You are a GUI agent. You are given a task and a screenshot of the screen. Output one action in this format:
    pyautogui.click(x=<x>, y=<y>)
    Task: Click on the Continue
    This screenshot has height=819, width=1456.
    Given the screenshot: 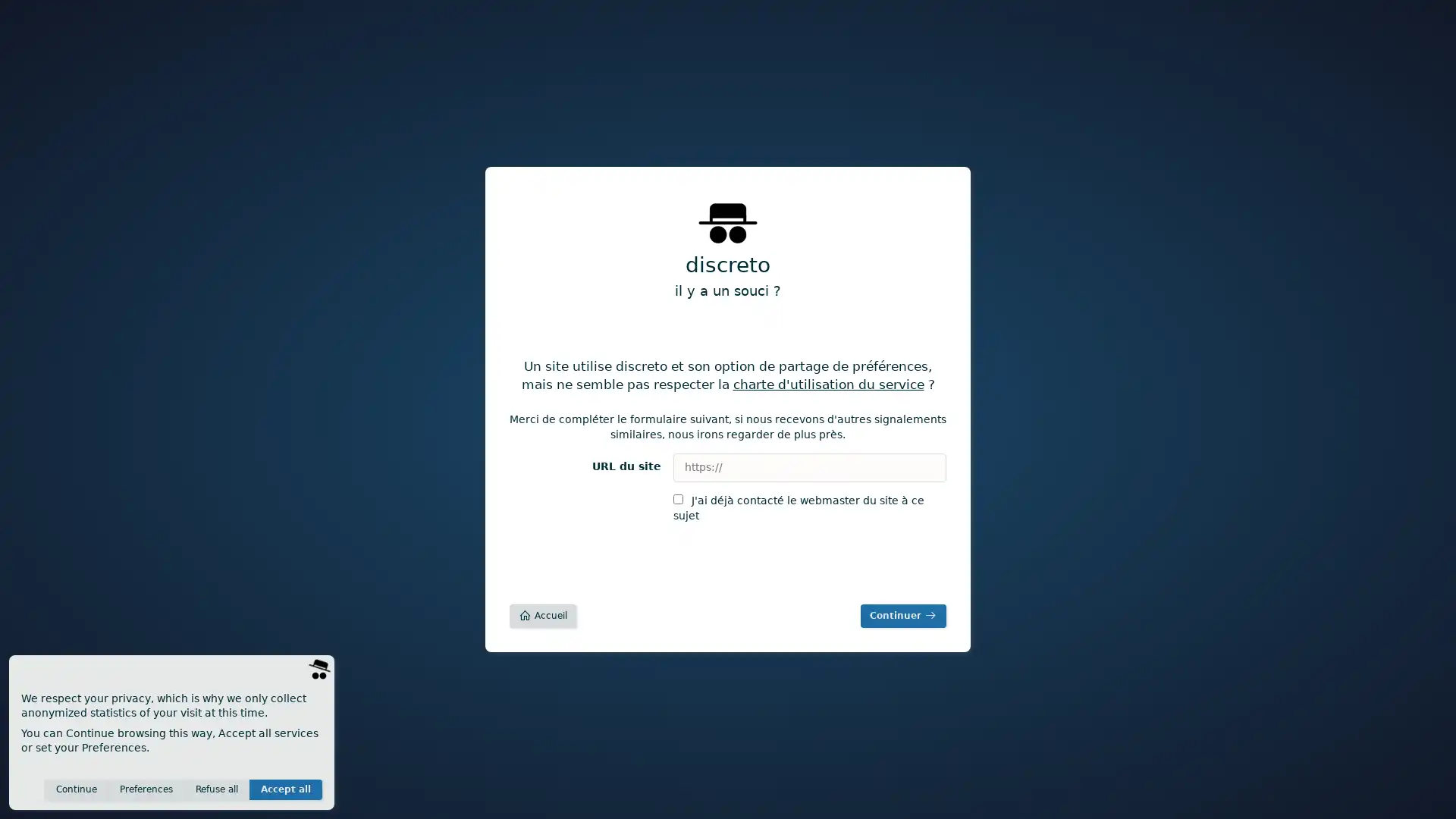 What is the action you would take?
    pyautogui.click(x=75, y=789)
    